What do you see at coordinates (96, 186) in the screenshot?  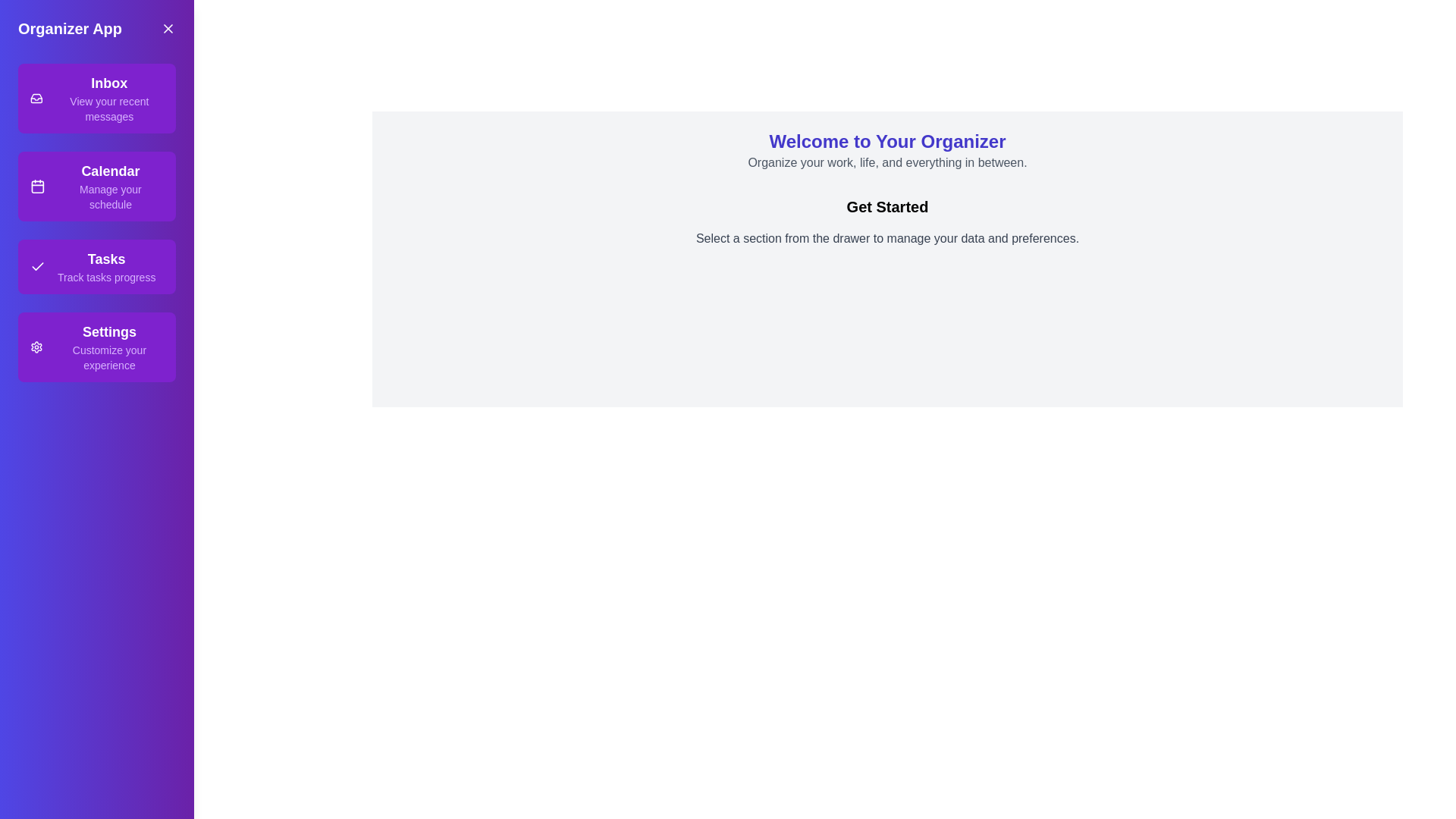 I see `the section Calendar from the drawer` at bounding box center [96, 186].